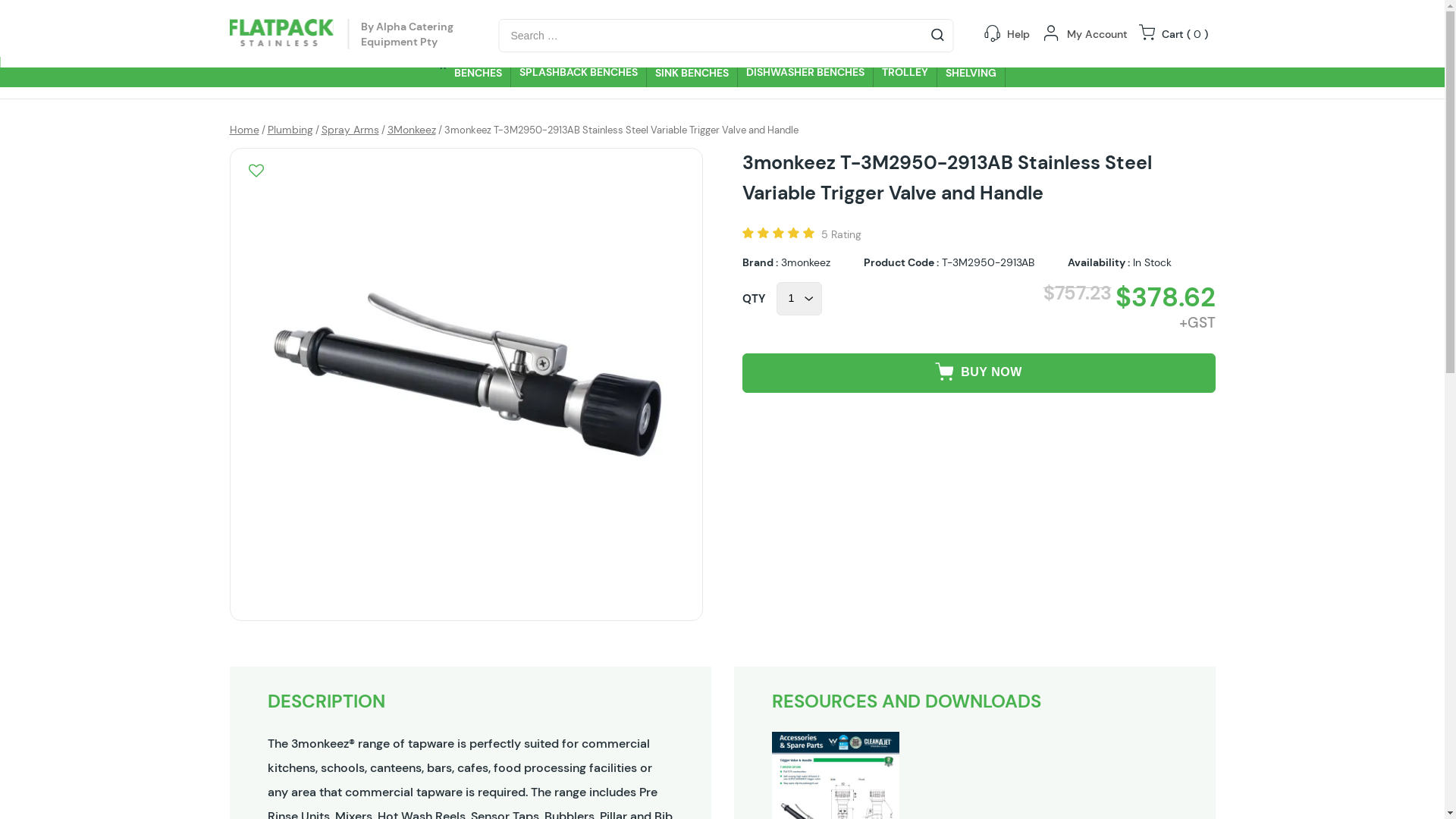  I want to click on 'SPLASHBACK BENCHES', so click(578, 72).